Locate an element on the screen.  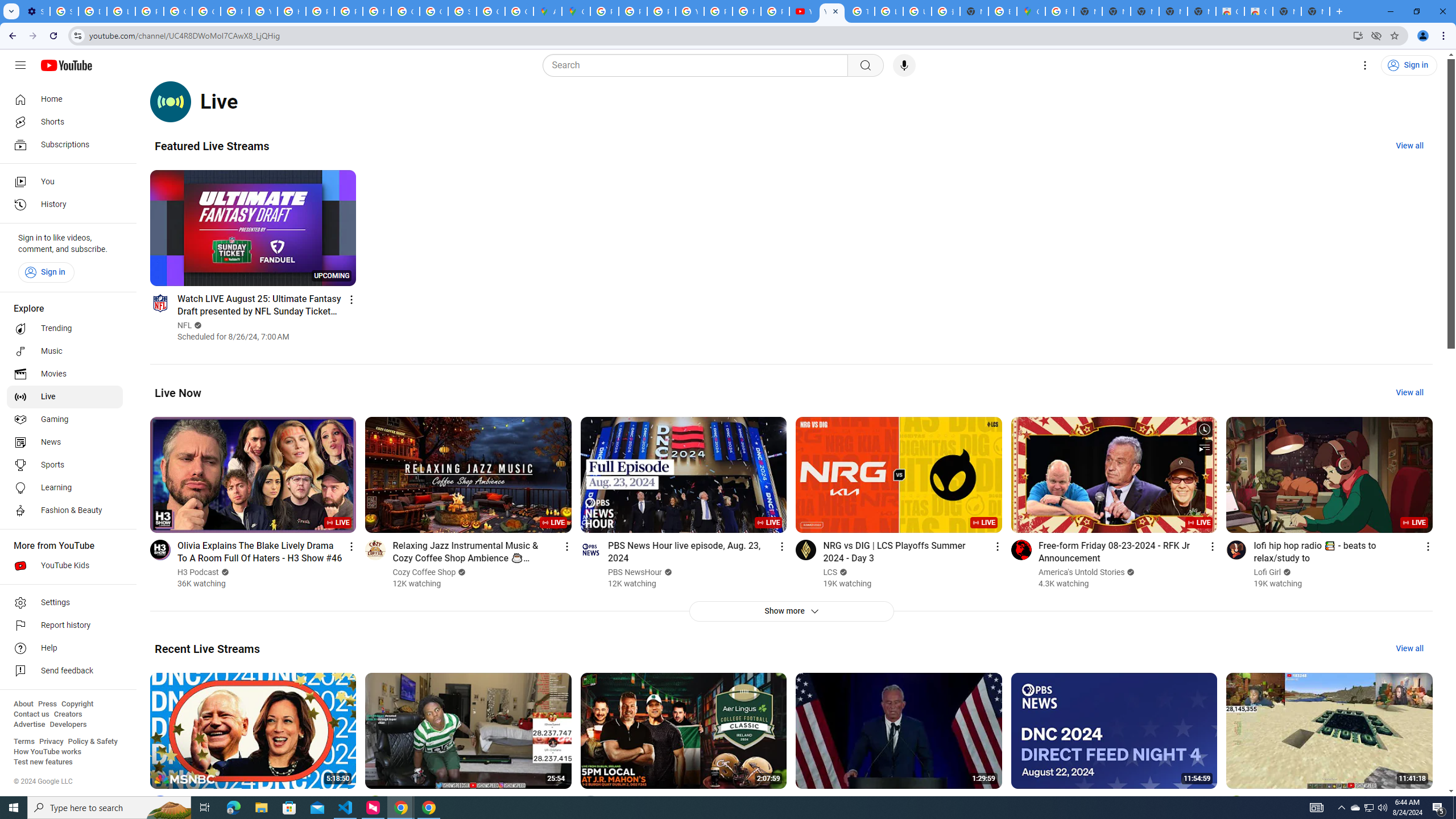
'Live Now' is located at coordinates (178, 392).